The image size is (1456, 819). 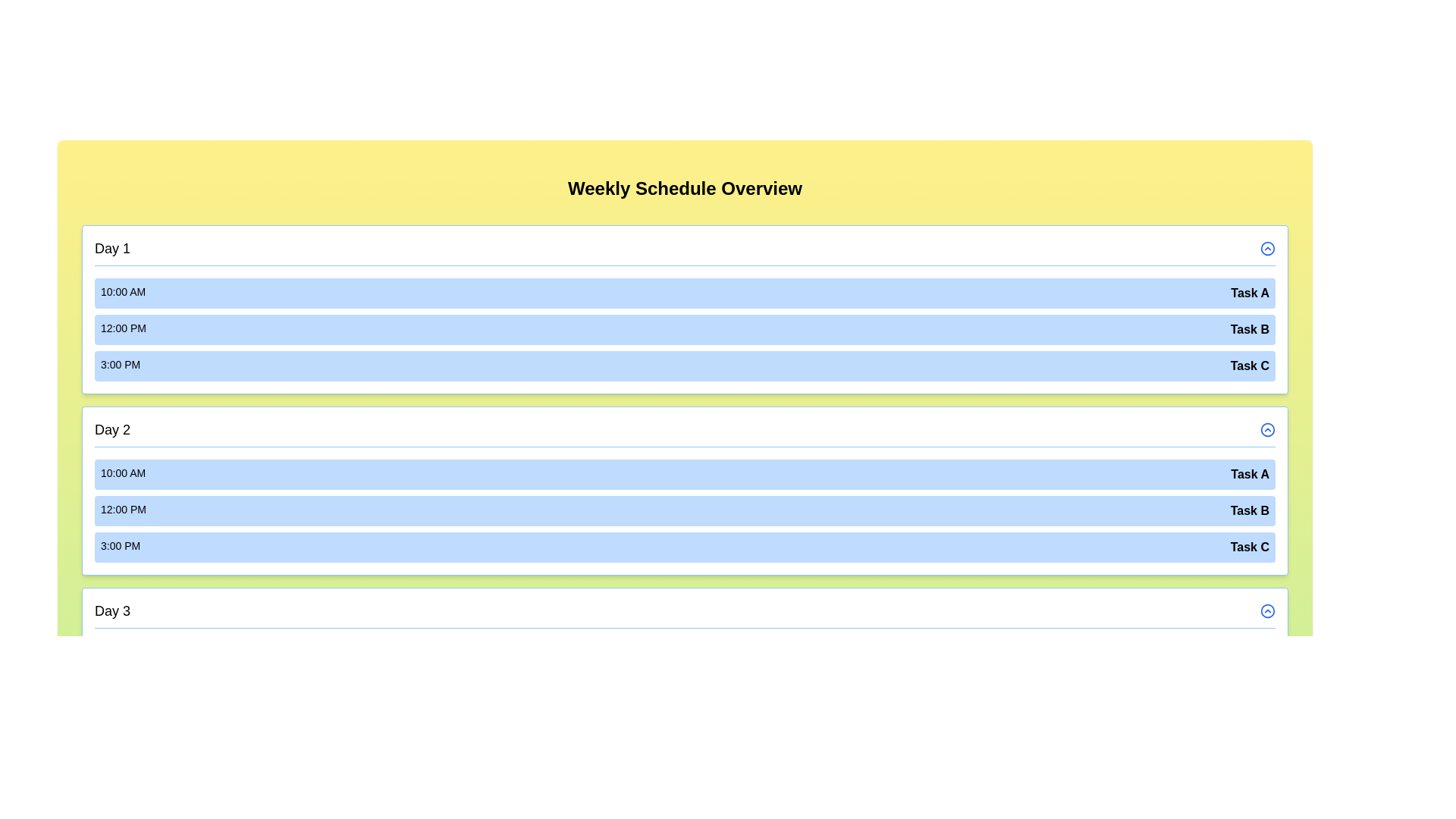 I want to click on the event Task A for day Day 2, so click(x=684, y=473).